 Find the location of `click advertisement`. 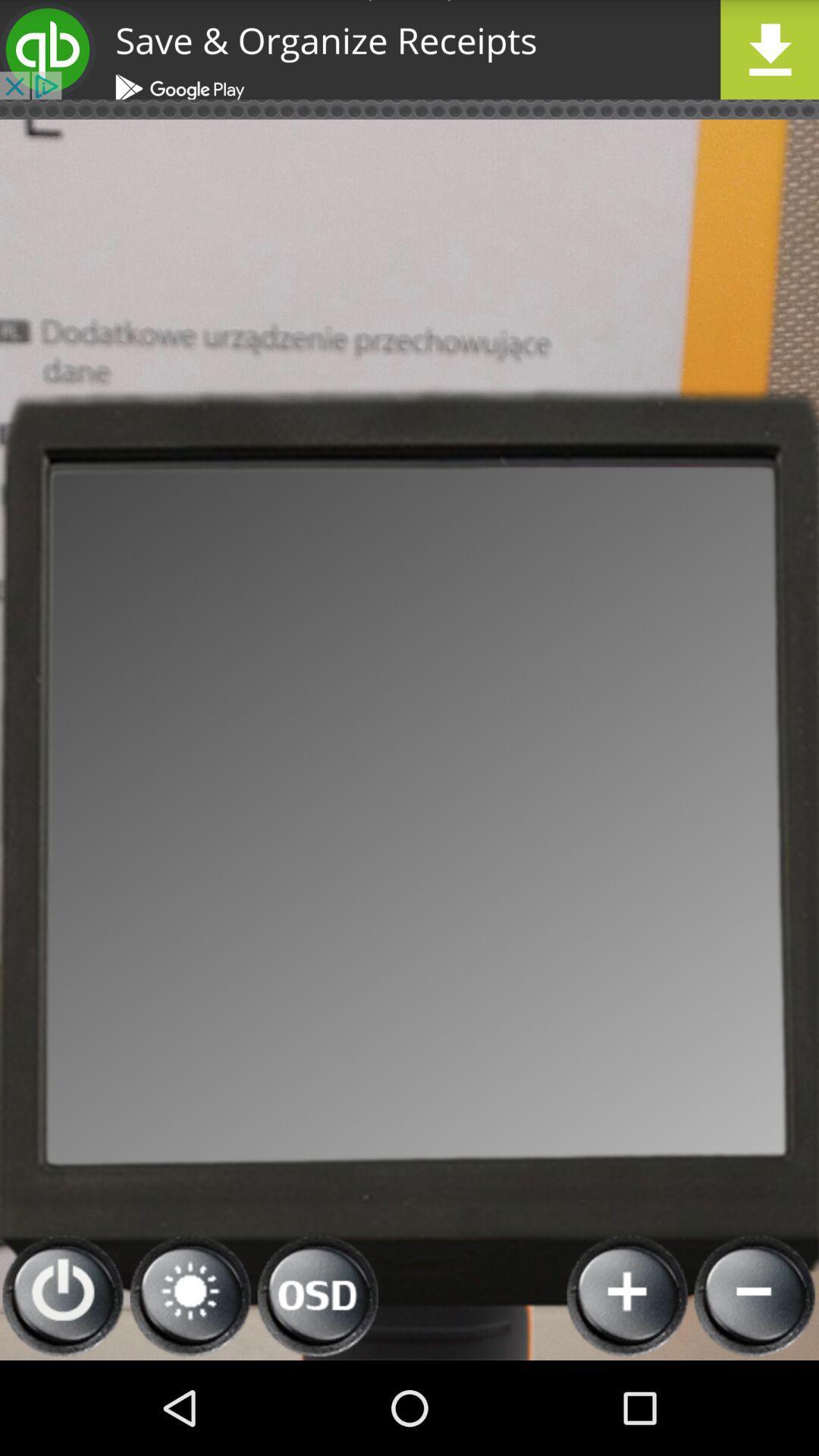

click advertisement is located at coordinates (409, 49).